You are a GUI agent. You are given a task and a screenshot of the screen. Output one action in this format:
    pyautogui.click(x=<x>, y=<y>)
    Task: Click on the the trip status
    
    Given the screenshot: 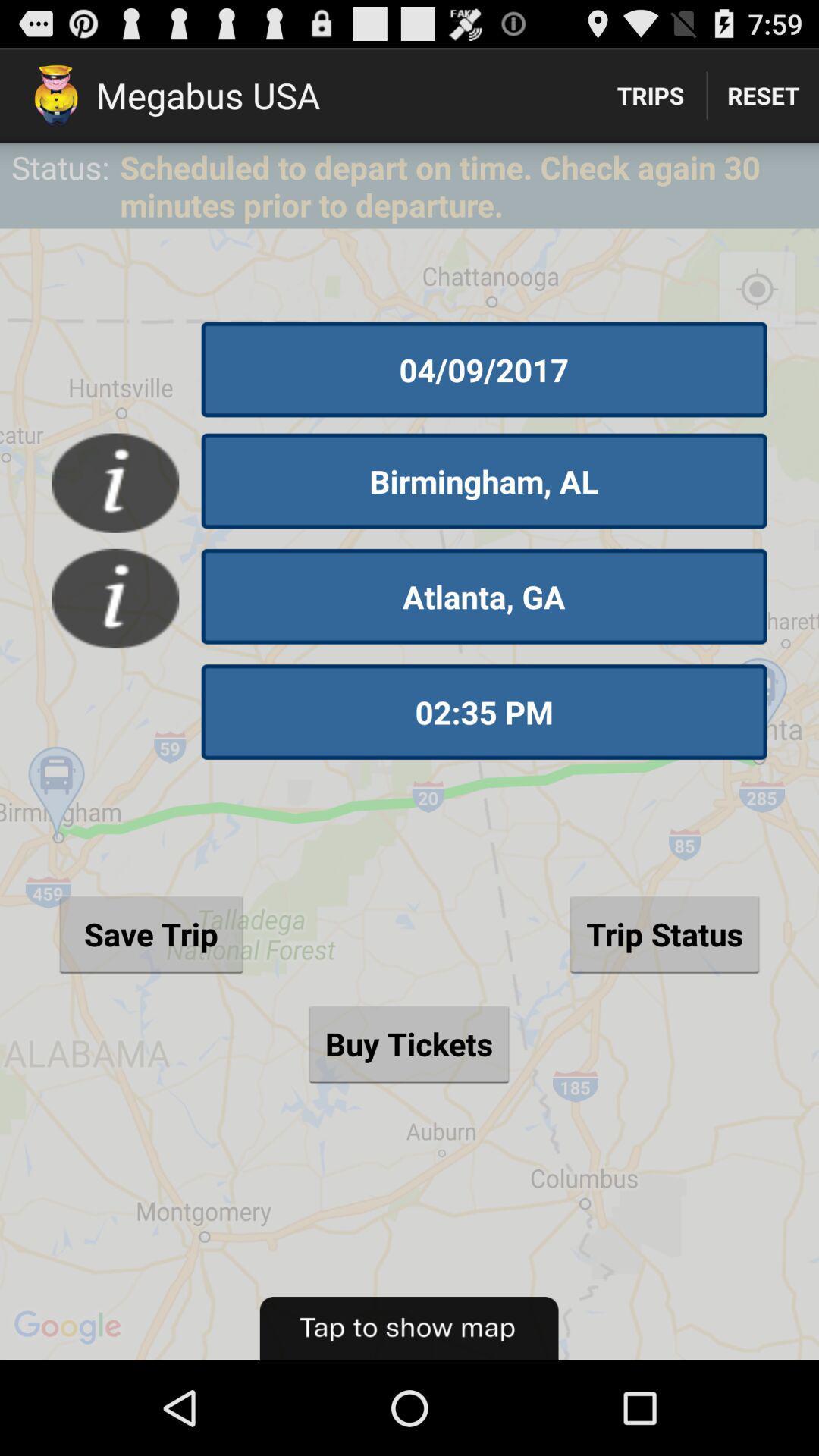 What is the action you would take?
    pyautogui.click(x=664, y=933)
    